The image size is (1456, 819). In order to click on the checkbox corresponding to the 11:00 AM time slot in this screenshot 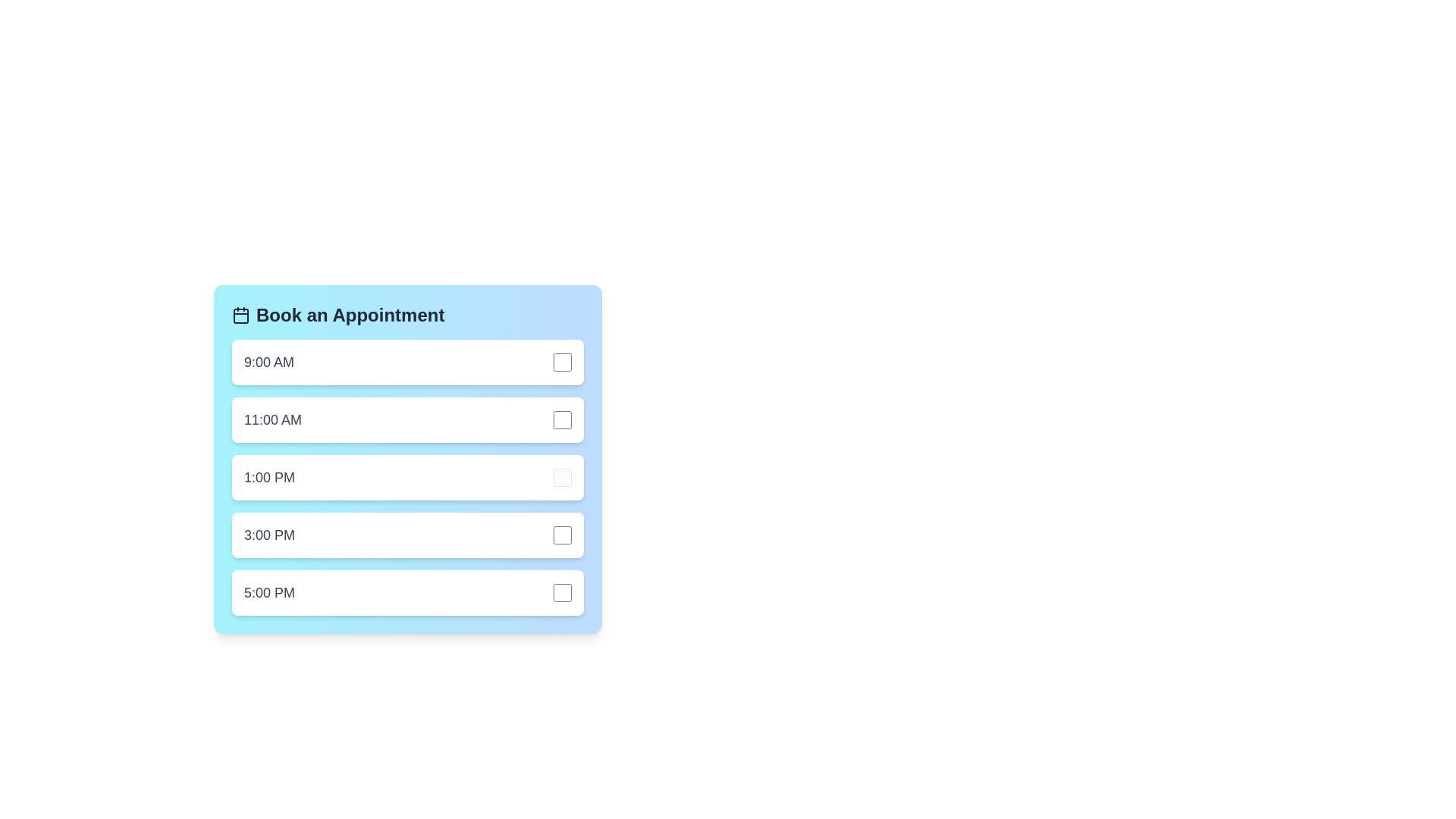, I will do `click(562, 420)`.